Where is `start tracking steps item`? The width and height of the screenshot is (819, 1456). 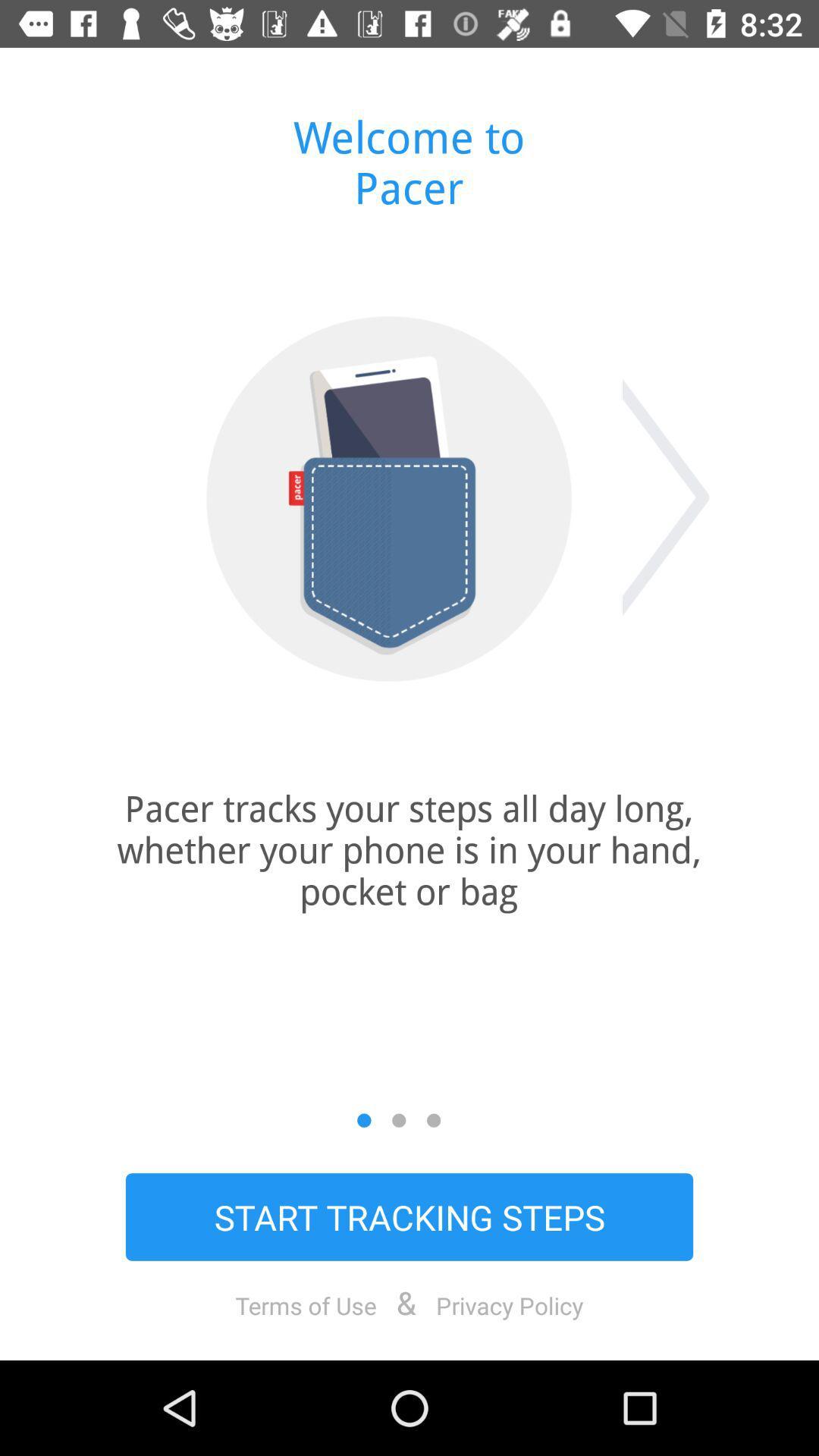
start tracking steps item is located at coordinates (409, 1216).